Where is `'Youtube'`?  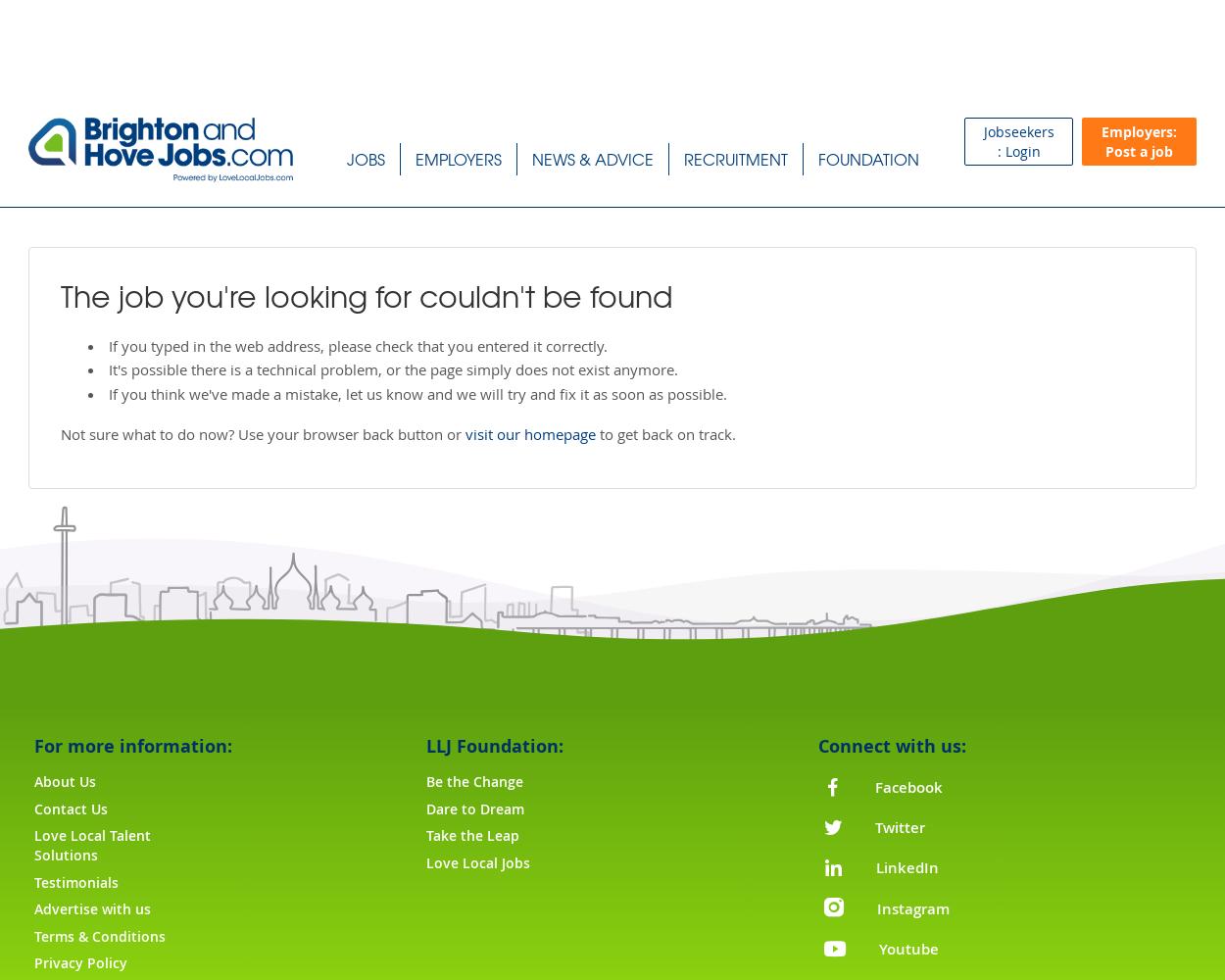 'Youtube' is located at coordinates (907, 948).